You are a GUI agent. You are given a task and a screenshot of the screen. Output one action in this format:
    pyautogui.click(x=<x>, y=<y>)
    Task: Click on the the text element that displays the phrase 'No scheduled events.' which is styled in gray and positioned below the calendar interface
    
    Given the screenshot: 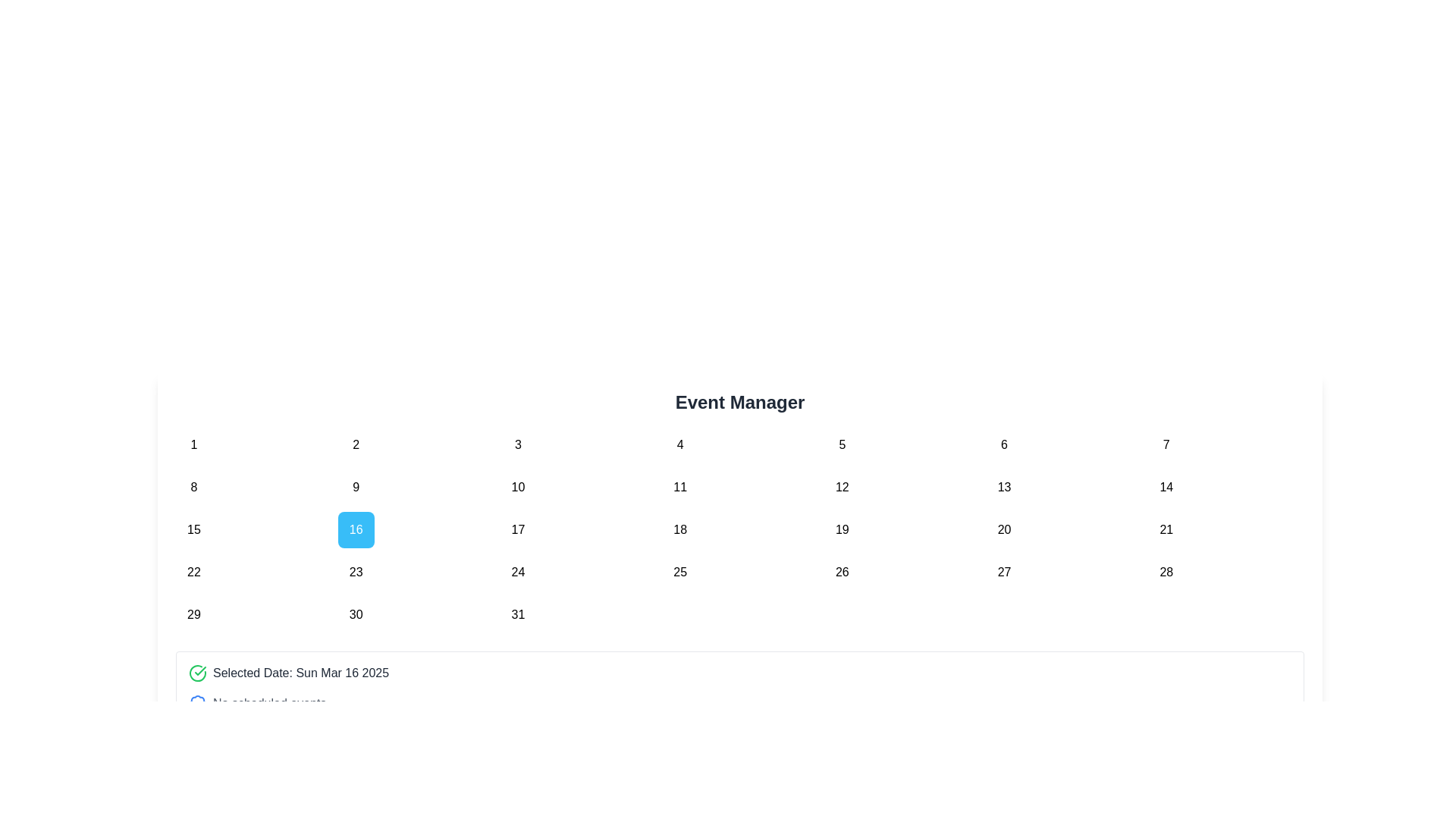 What is the action you would take?
    pyautogui.click(x=271, y=704)
    